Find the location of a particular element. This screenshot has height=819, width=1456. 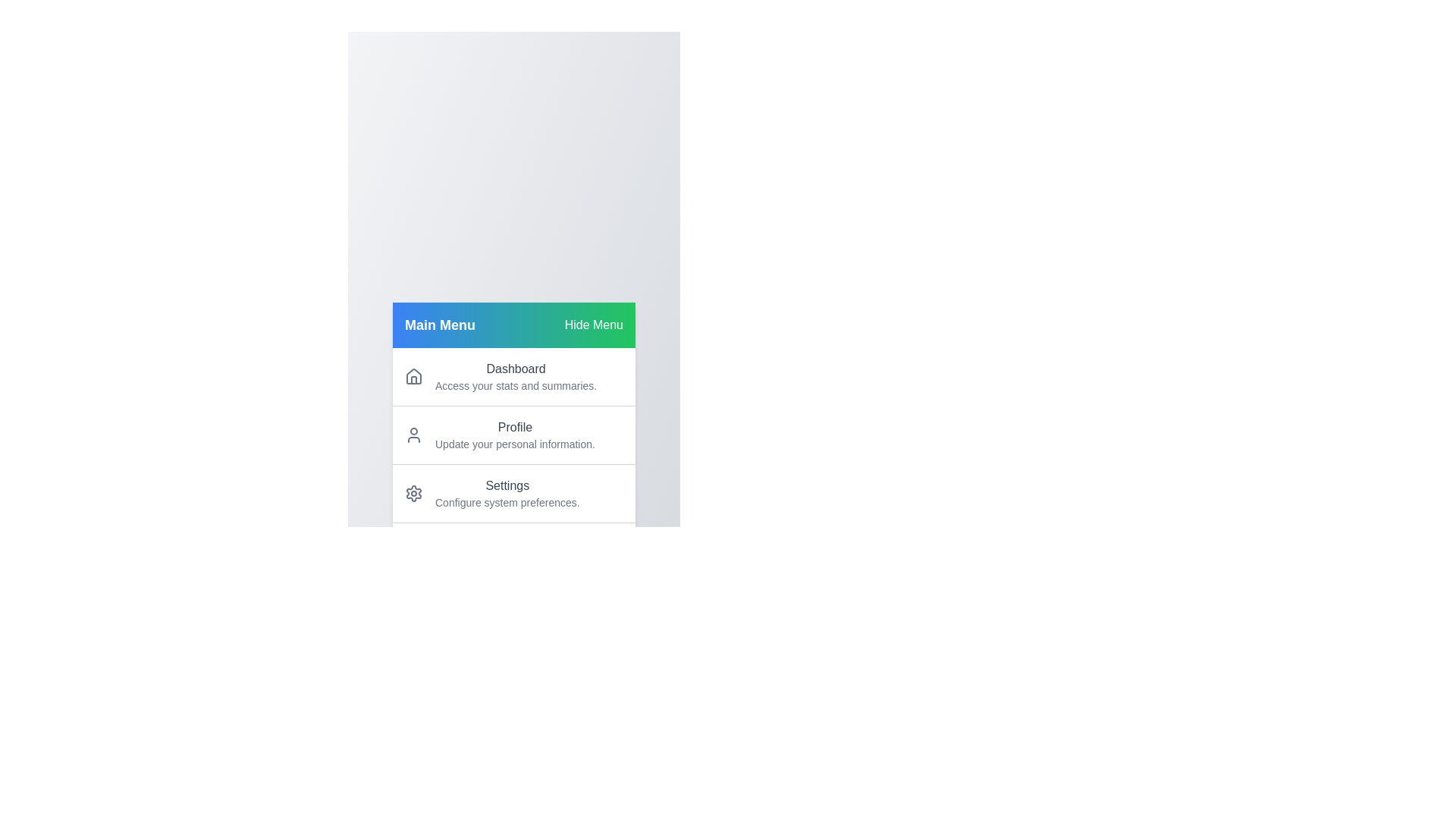

the menu item labeled Dashboard is located at coordinates (513, 375).